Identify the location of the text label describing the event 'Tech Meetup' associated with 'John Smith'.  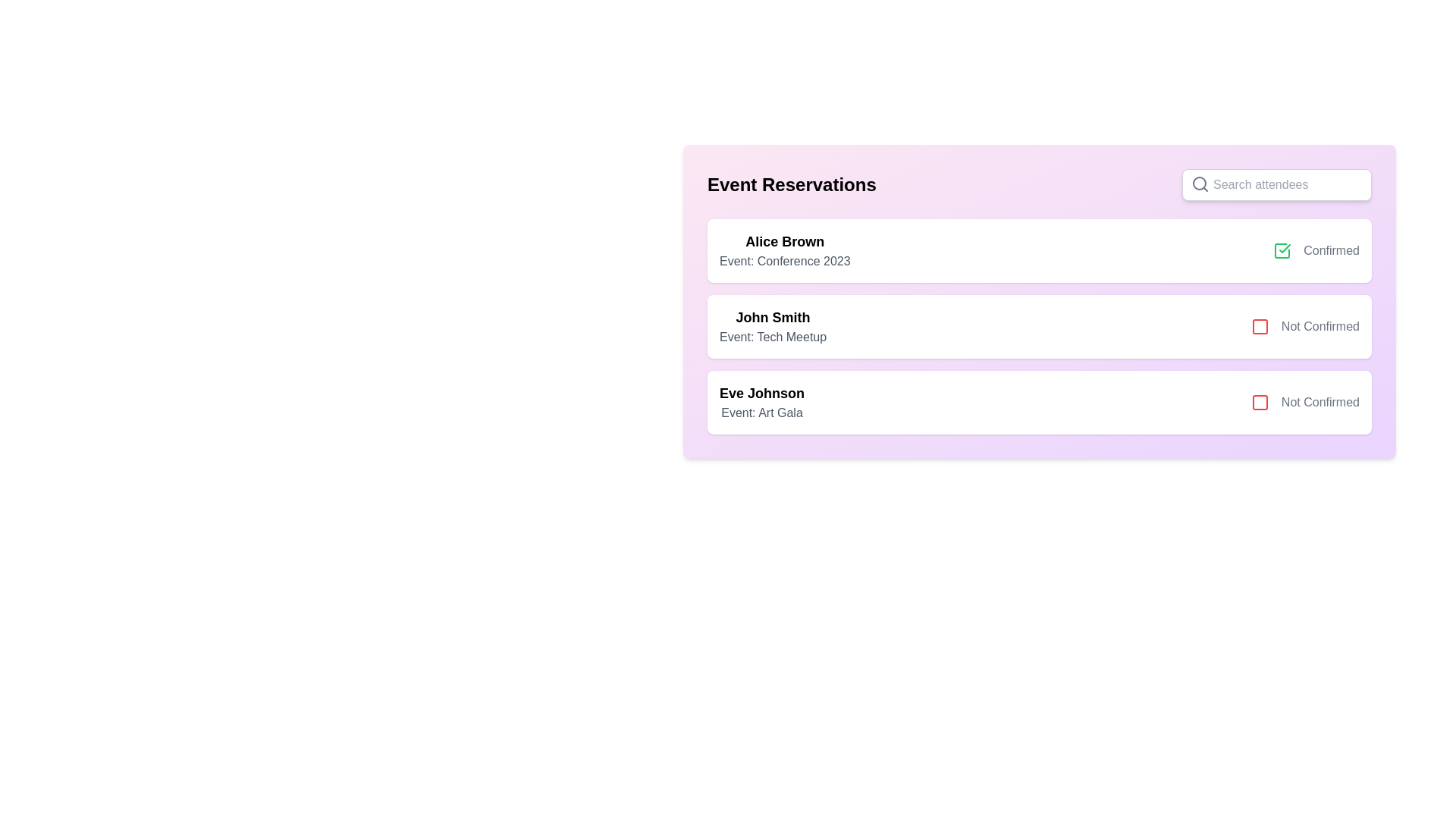
(773, 336).